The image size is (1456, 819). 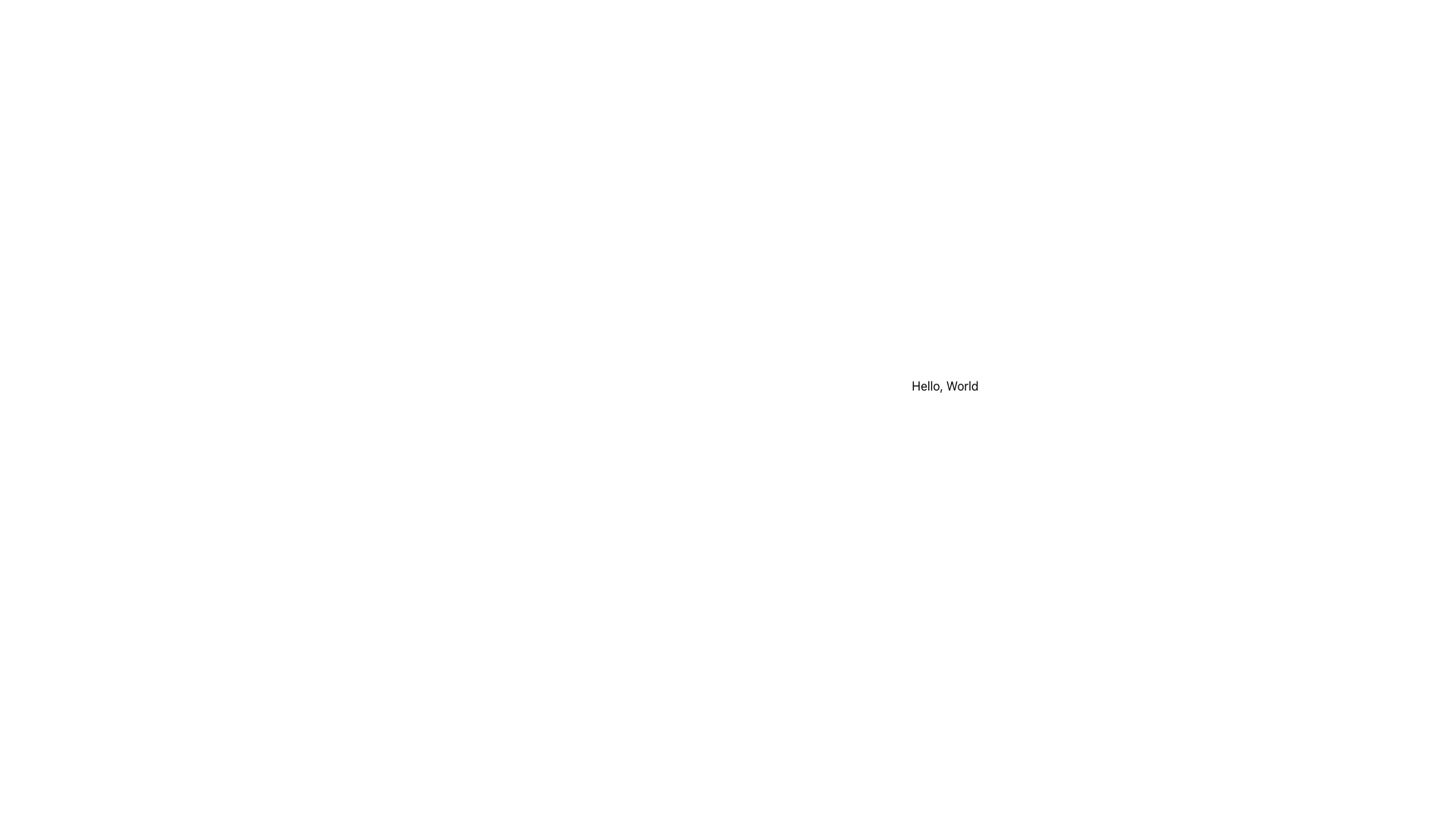 I want to click on the circular SVG element located at the bottom left corner of the interface, so click(x=626, y=786).